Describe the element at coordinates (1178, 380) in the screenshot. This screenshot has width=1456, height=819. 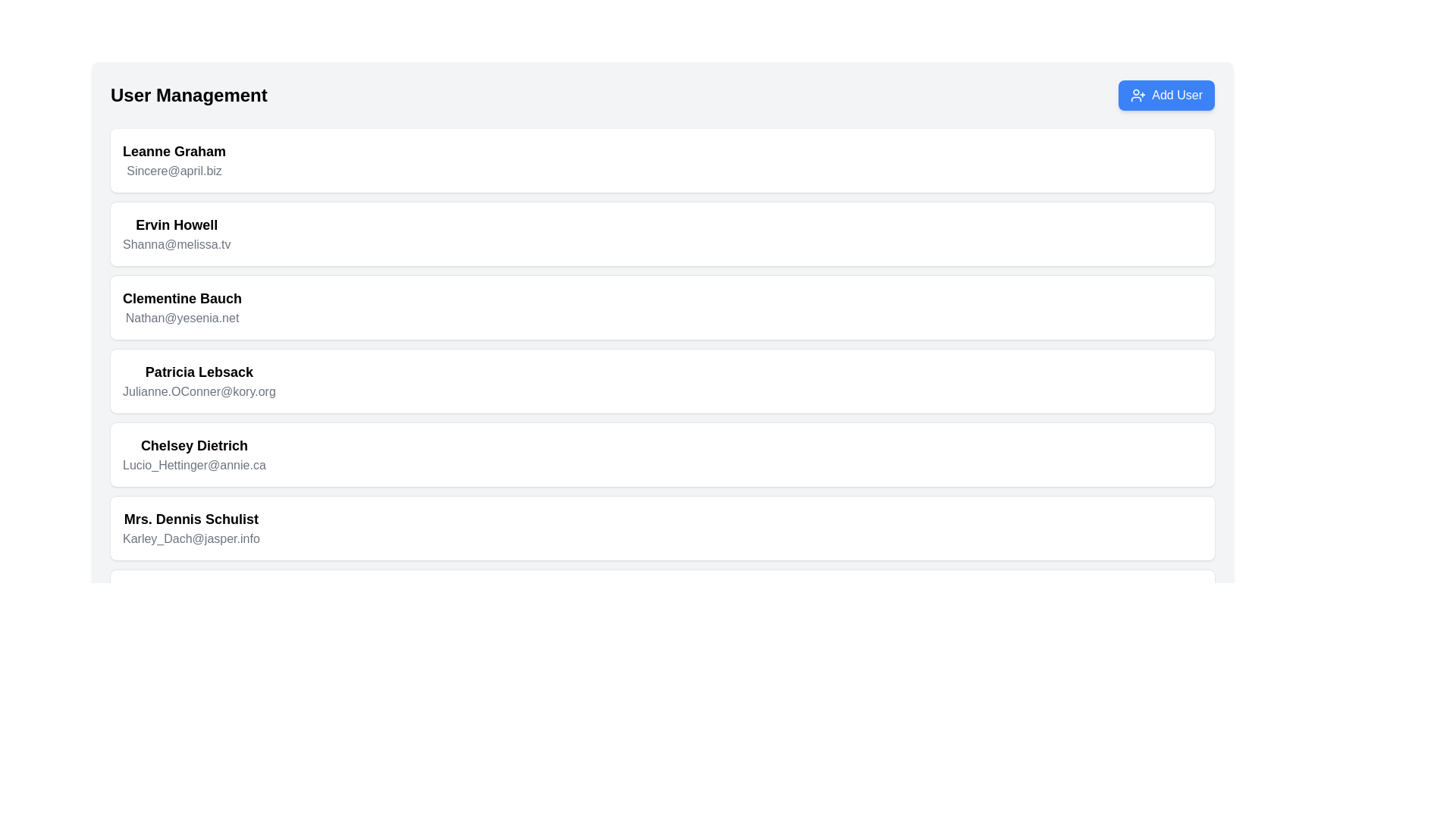
I see `the Status Badge indicating the current status of the user 'Active', located at the far-right end of the entry labeled 'Patricia Lebsack' in the User Management section` at that location.